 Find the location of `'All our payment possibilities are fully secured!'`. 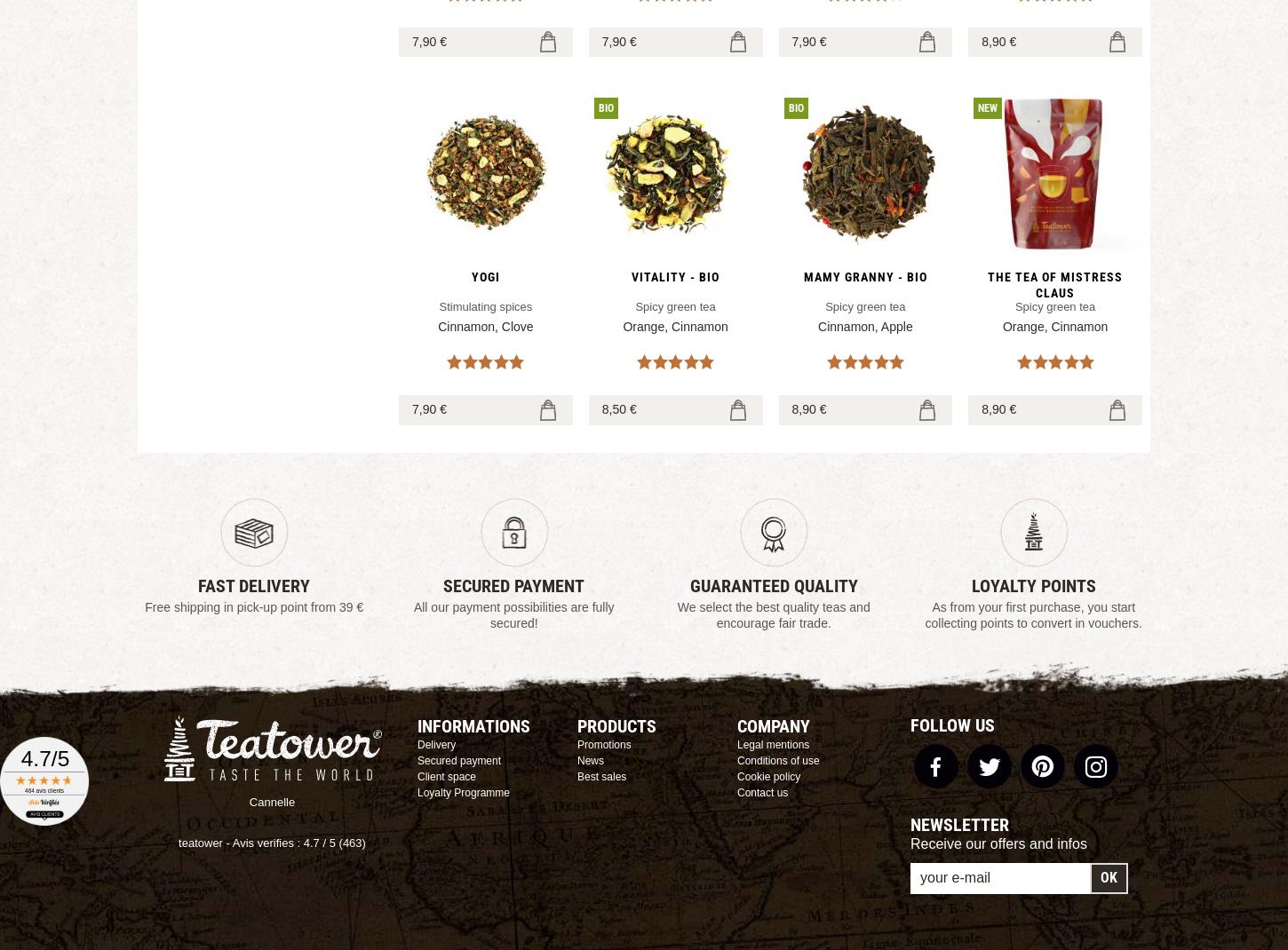

'All our payment possibilities are fully secured!' is located at coordinates (513, 614).